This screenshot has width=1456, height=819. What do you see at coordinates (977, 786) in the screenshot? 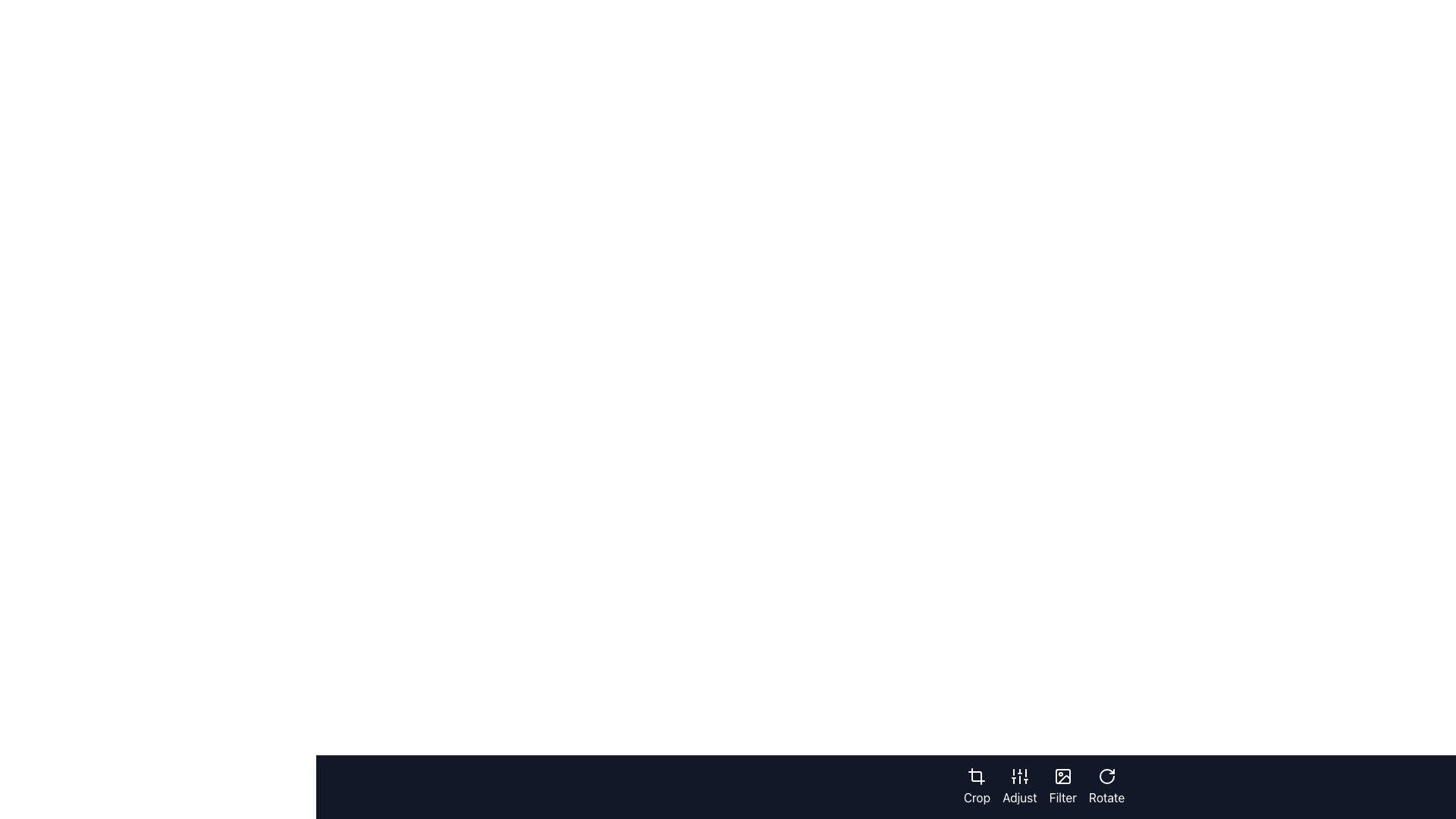
I see `the cropping tool button located at the bottom center of the interface` at bounding box center [977, 786].